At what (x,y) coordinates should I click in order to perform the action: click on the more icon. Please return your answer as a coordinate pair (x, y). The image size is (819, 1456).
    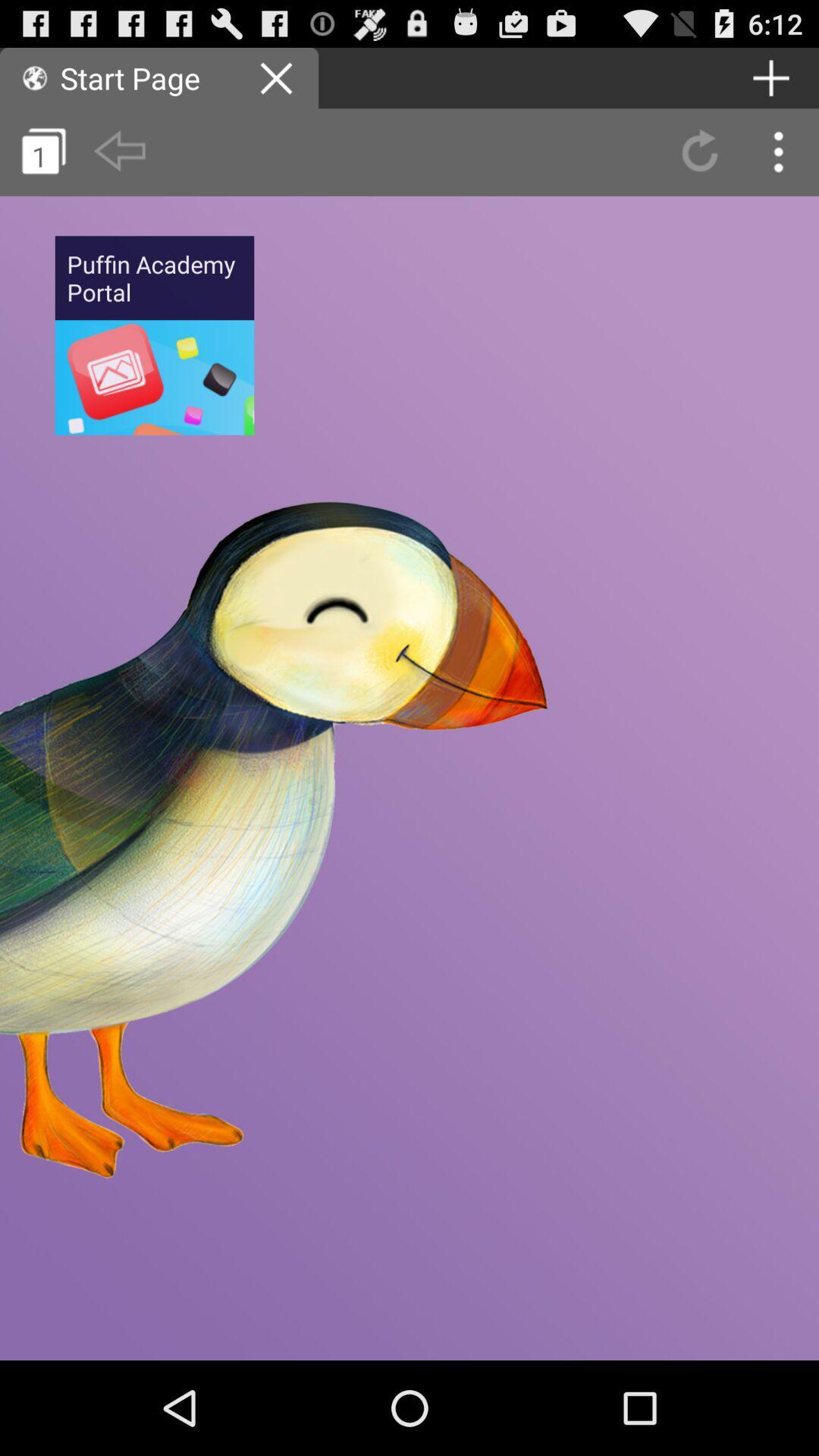
    Looking at the image, I should click on (779, 163).